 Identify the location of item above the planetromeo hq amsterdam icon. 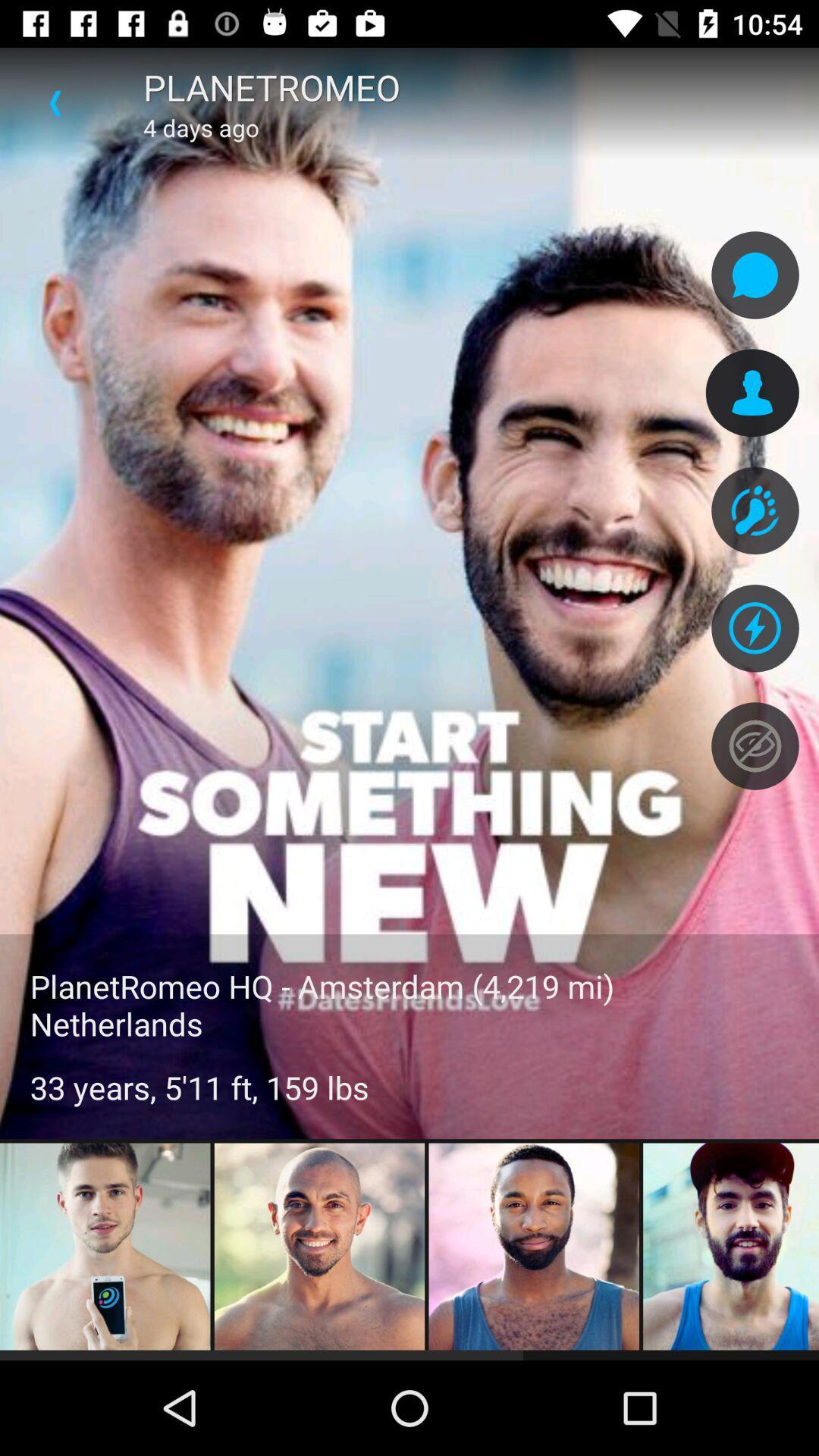
(55, 102).